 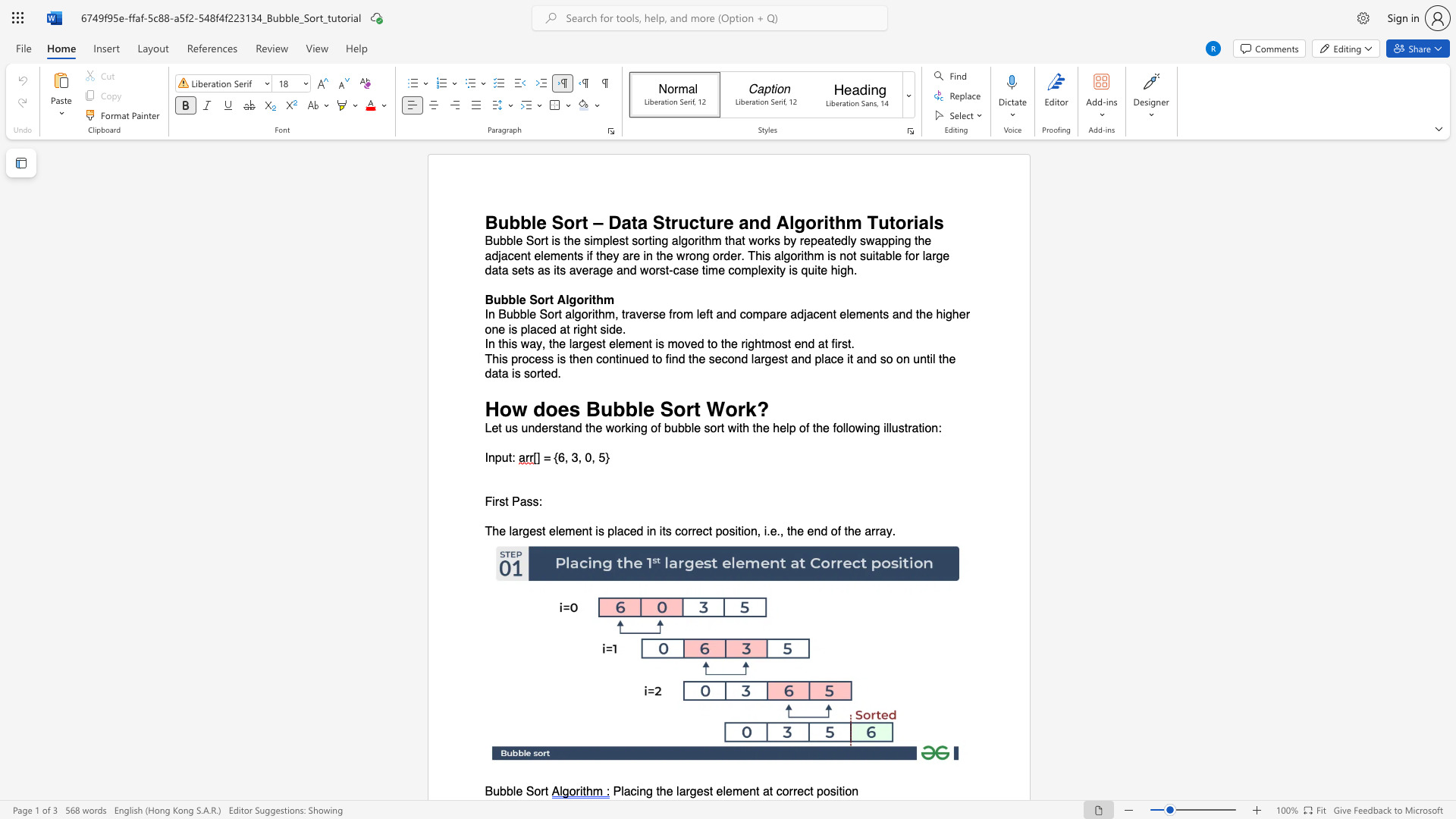 I want to click on the subset text "= {" within the text "[] = {6, 3, 0, 5}", so click(x=543, y=457).